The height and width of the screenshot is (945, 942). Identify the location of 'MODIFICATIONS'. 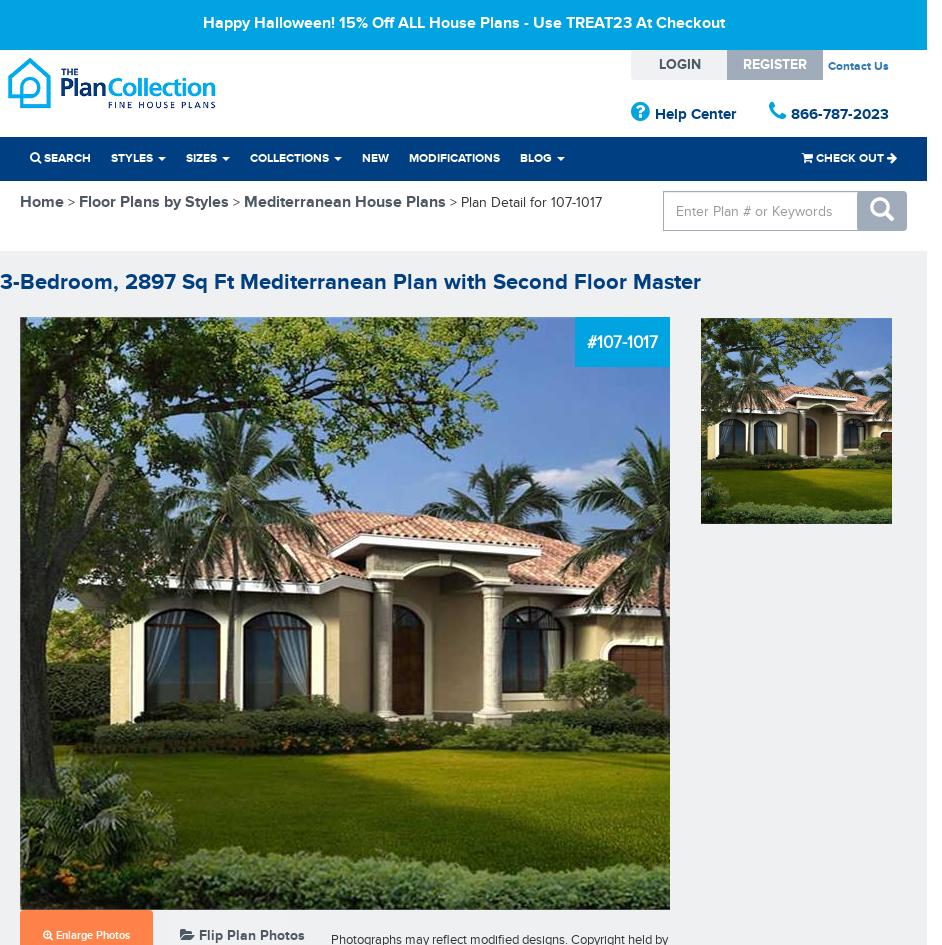
(409, 157).